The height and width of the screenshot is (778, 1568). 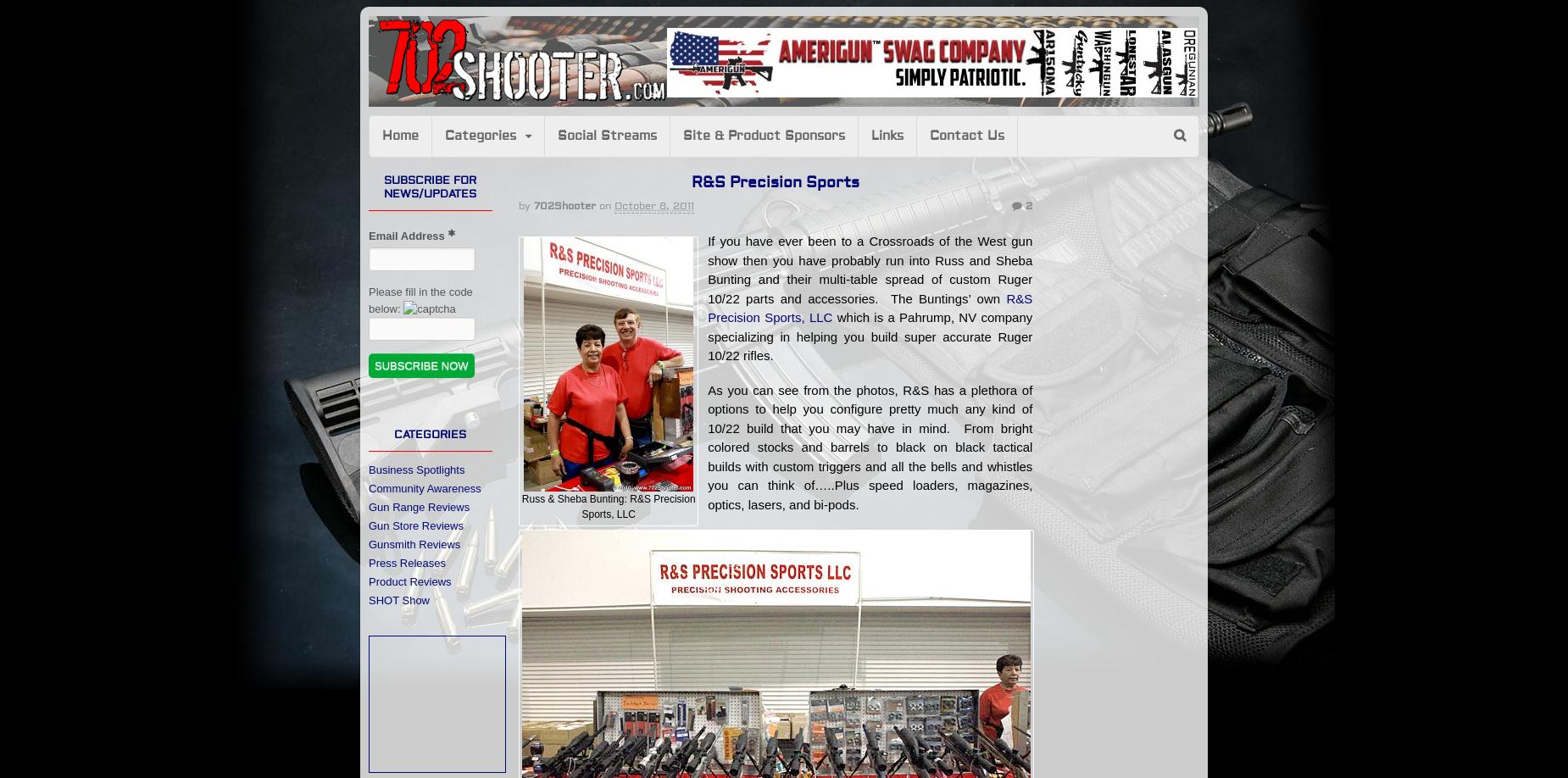 What do you see at coordinates (604, 204) in the screenshot?
I see `'on'` at bounding box center [604, 204].